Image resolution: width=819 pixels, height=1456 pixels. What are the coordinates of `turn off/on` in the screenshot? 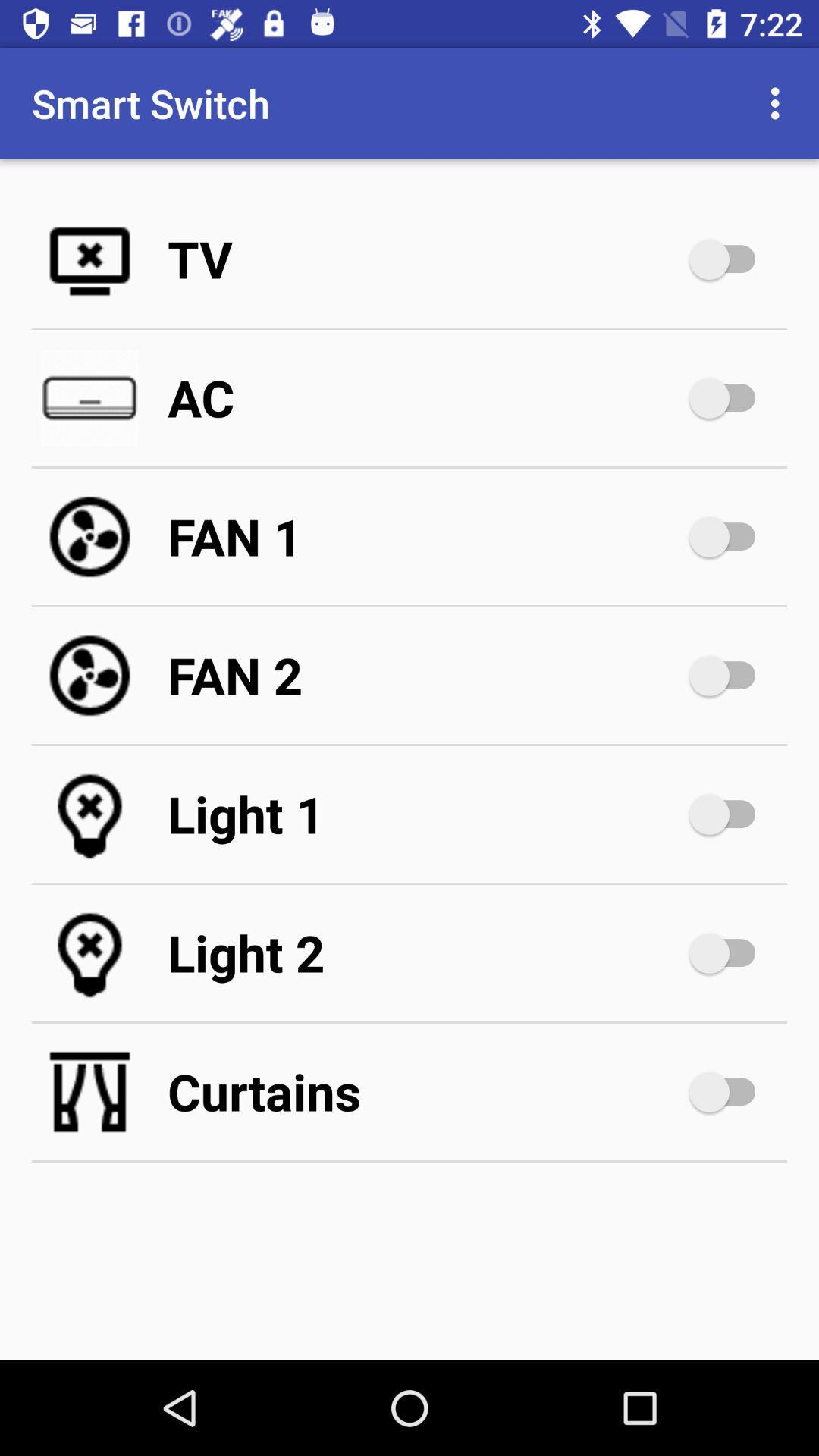 It's located at (729, 537).